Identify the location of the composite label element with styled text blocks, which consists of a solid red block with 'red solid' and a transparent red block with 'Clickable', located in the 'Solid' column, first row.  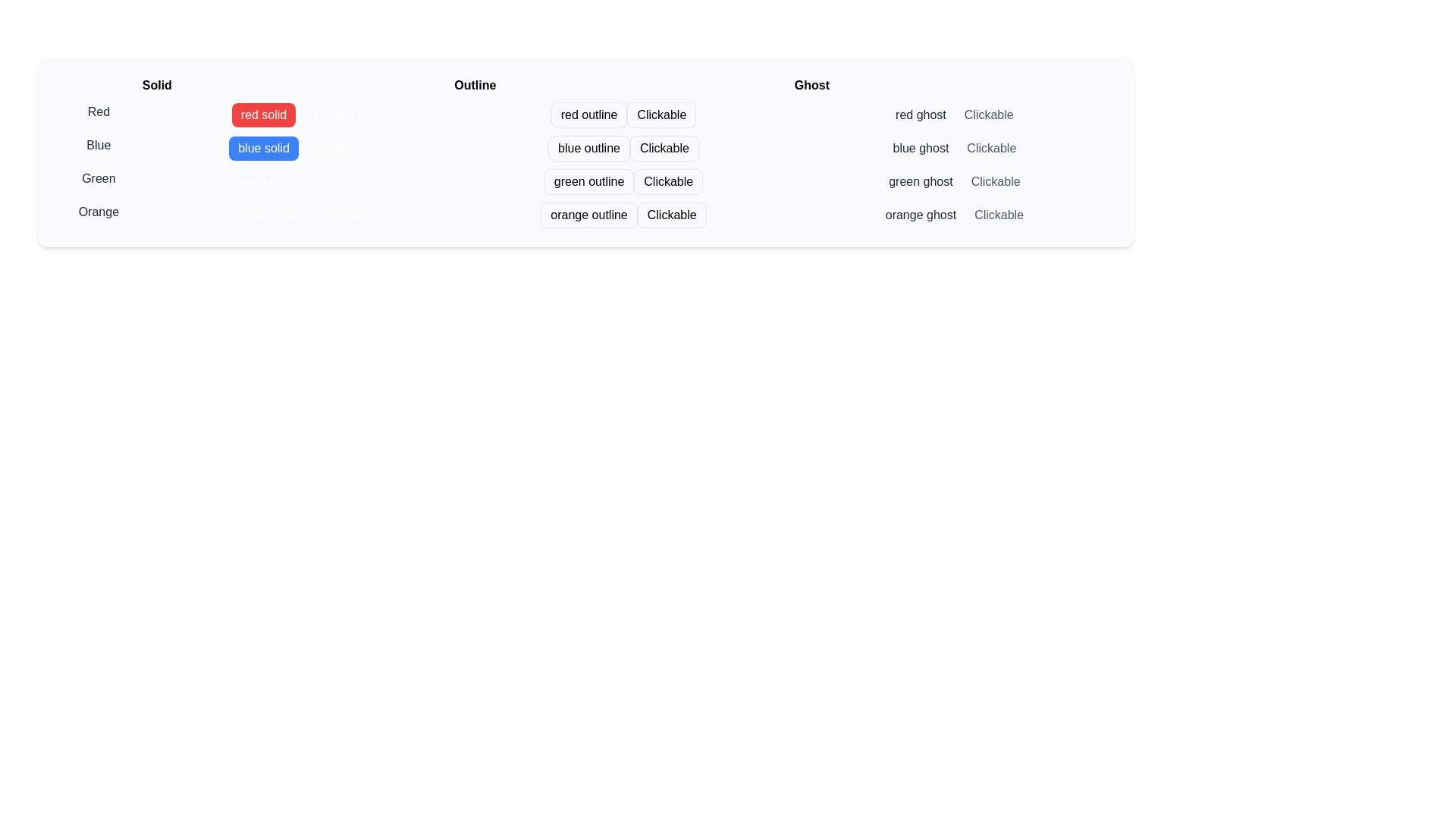
(297, 111).